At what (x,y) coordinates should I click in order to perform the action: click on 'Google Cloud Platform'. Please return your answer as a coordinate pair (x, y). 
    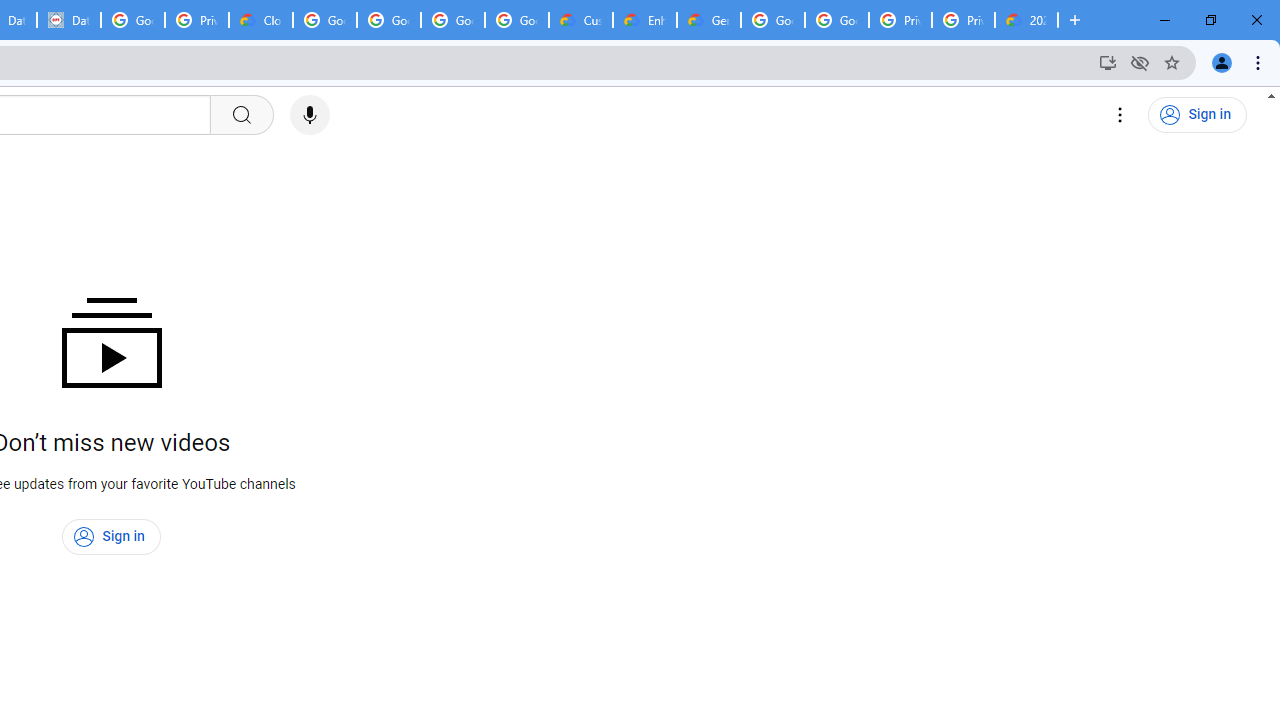
    Looking at the image, I should click on (772, 20).